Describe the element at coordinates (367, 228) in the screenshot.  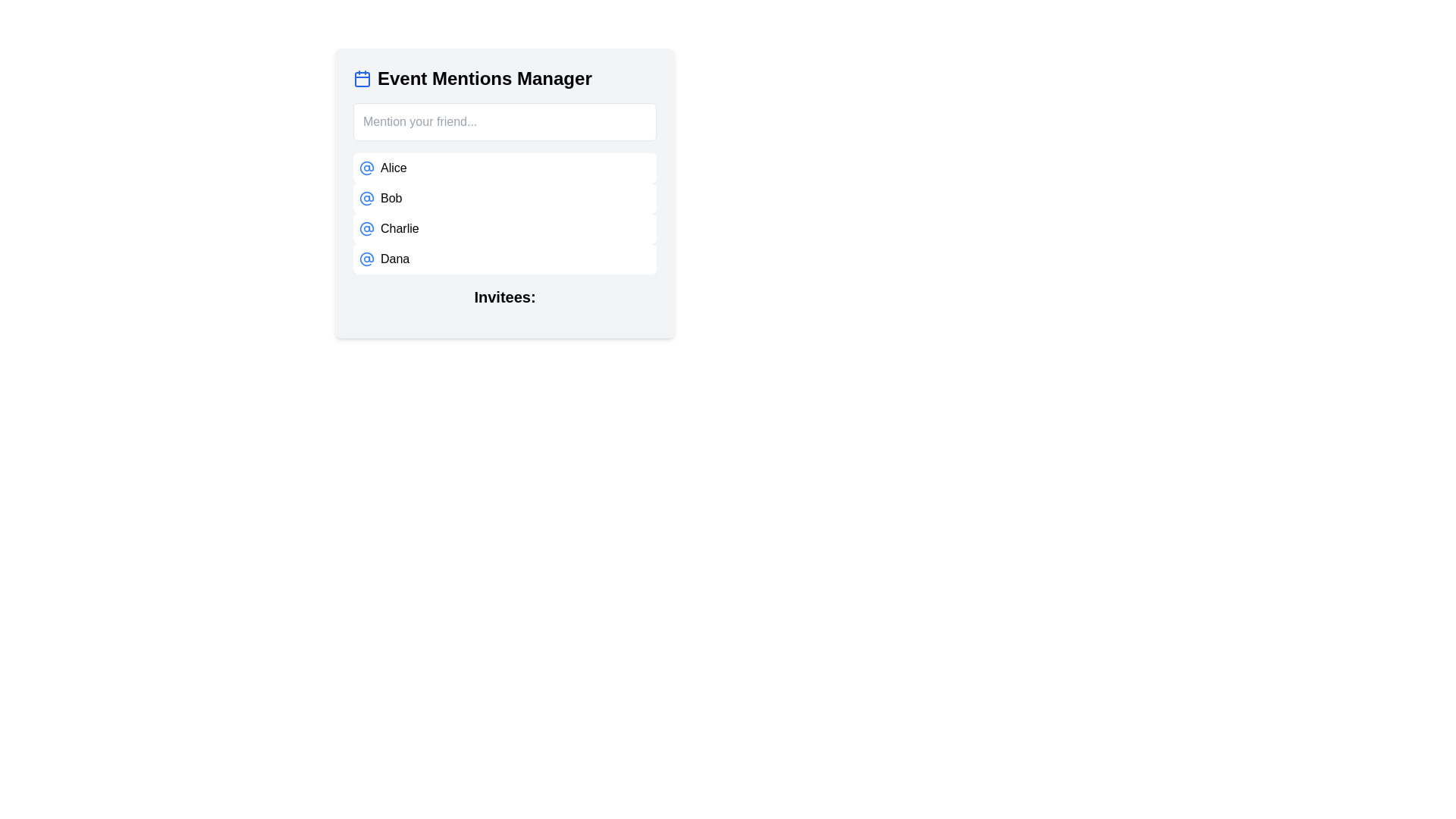
I see `the '@' icon styled in blue with a circular outline, located adjacent to the text 'Charlie' in the third position of the list` at that location.